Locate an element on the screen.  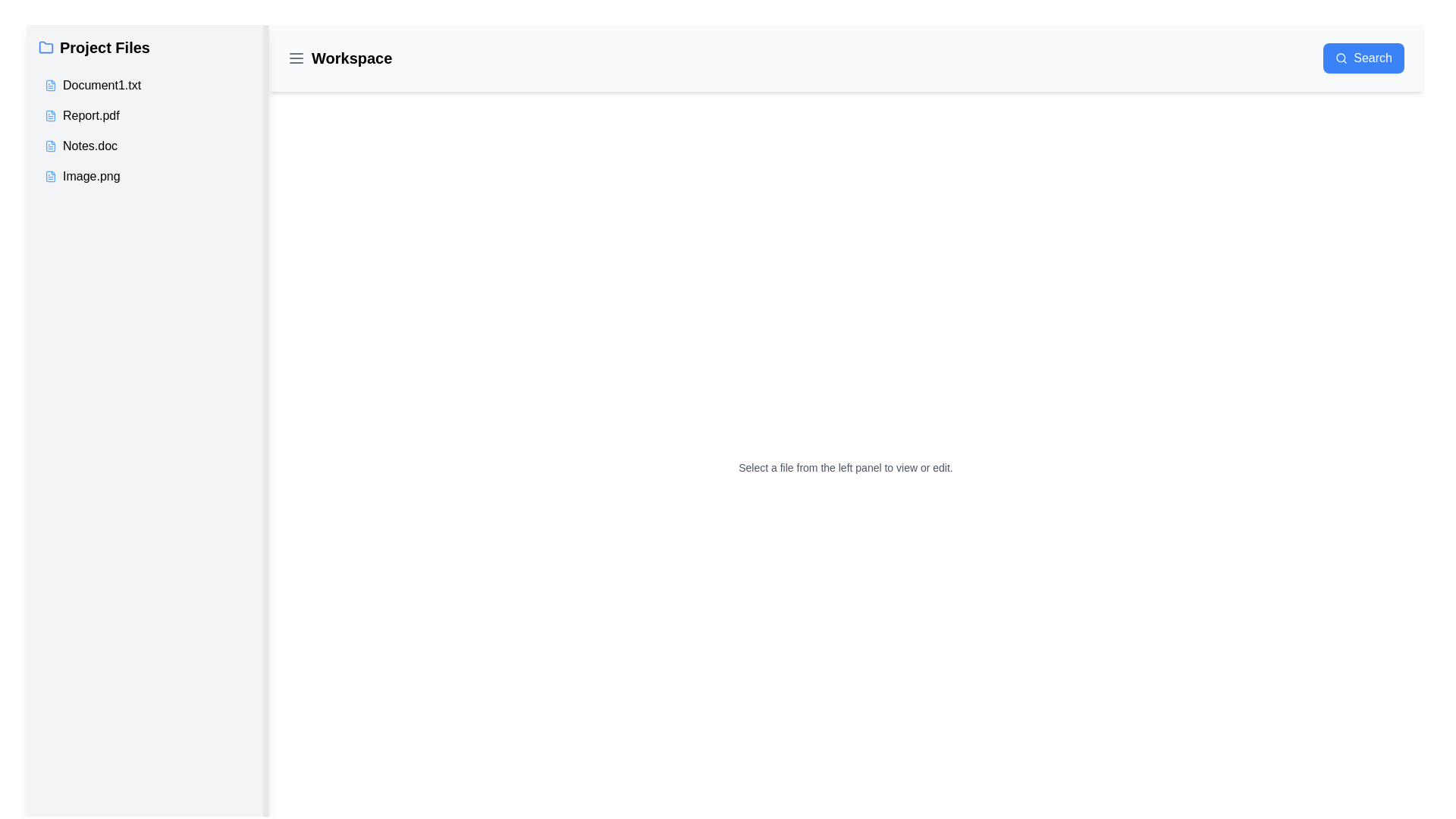
the list item representing the file 'Notes.doc' is located at coordinates (148, 146).